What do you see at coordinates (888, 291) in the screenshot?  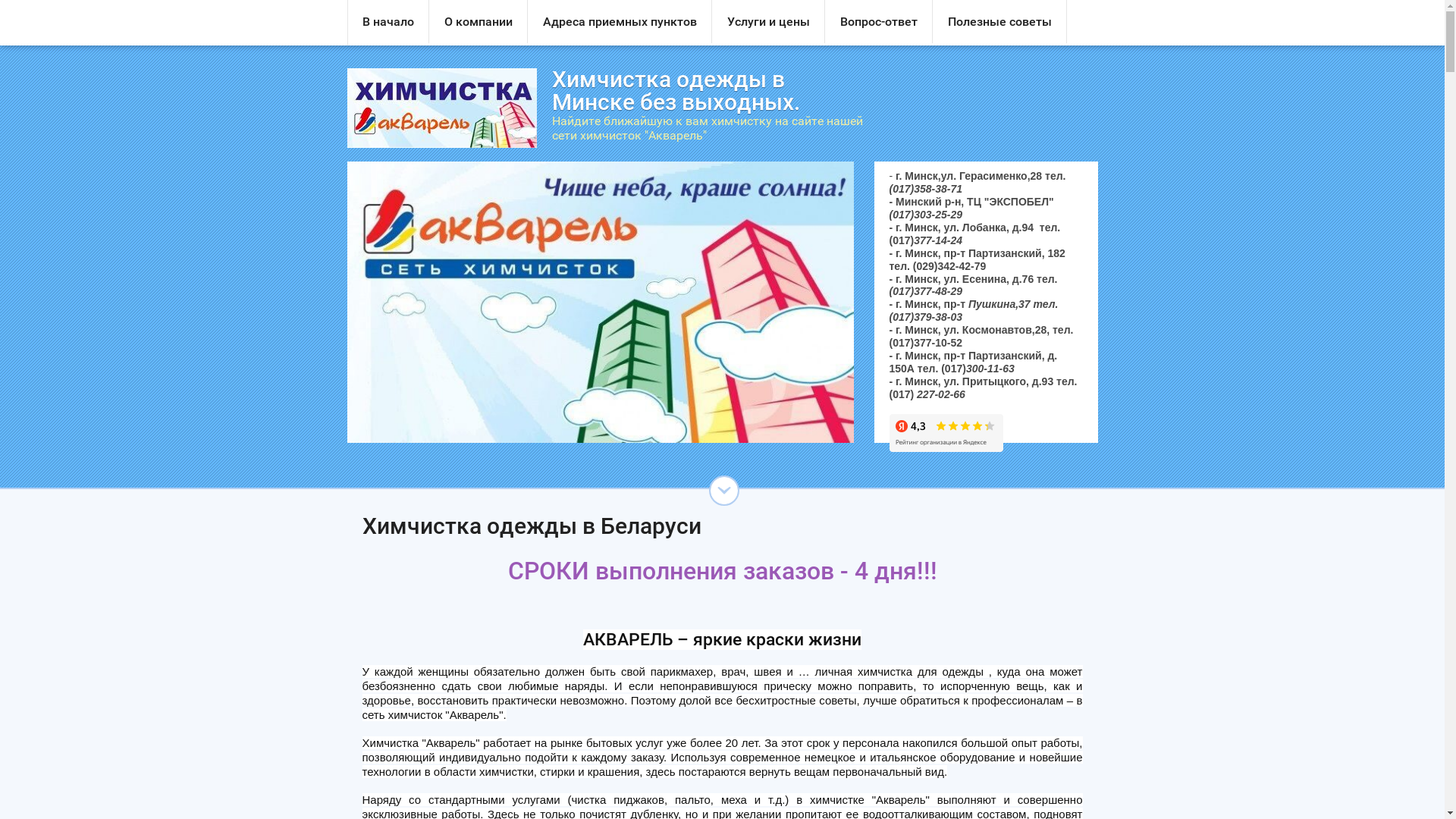 I see `'(017)377-48-29'` at bounding box center [888, 291].